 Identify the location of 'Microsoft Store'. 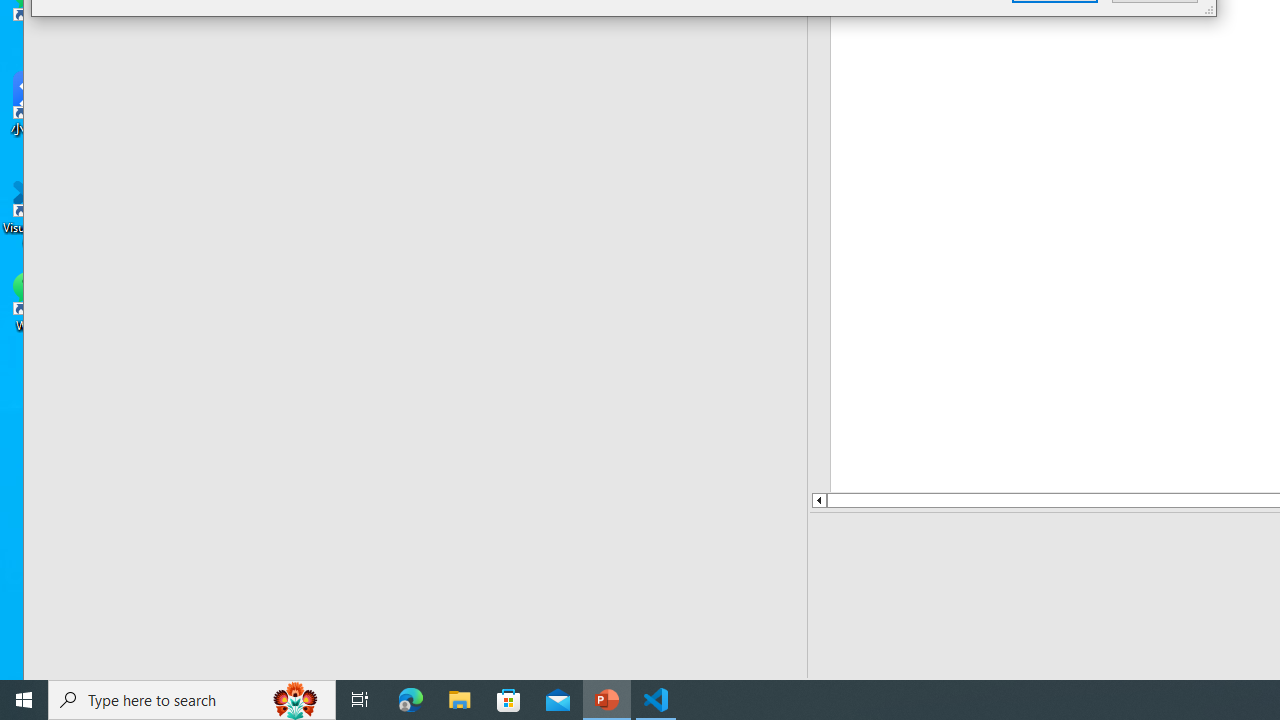
(509, 698).